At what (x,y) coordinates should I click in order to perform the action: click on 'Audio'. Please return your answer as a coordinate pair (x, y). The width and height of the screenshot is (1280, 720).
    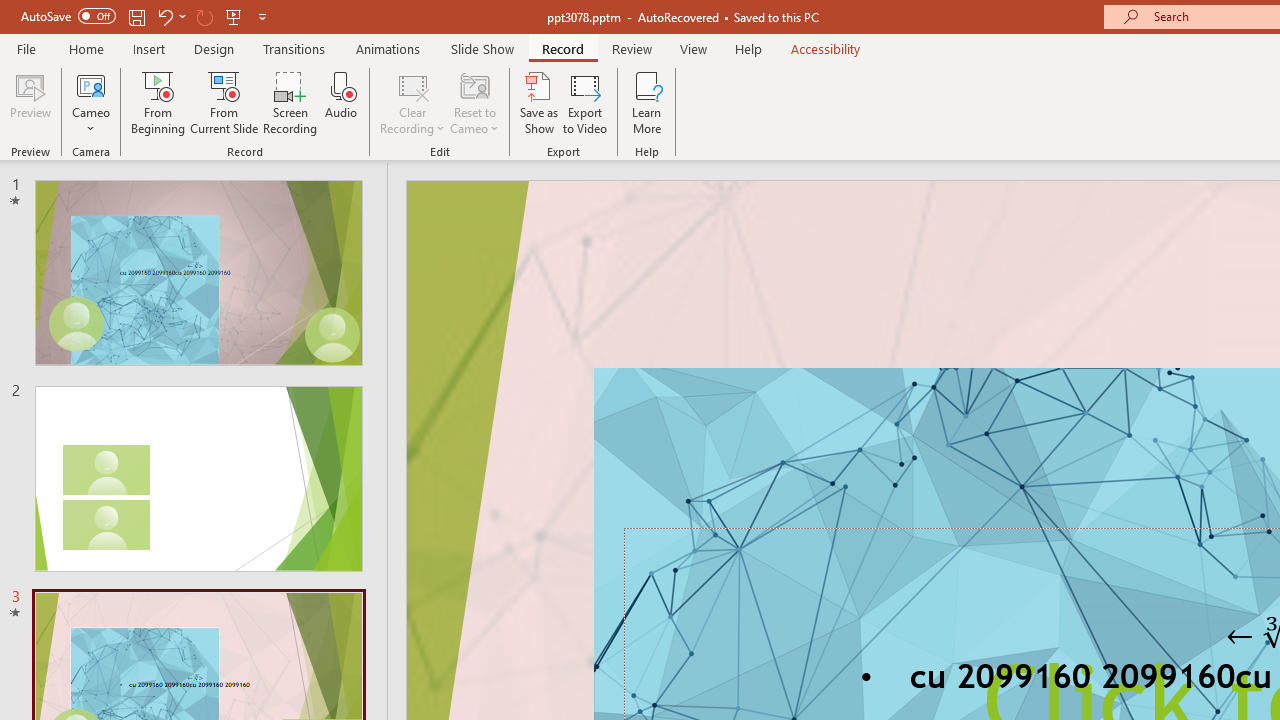
    Looking at the image, I should click on (341, 103).